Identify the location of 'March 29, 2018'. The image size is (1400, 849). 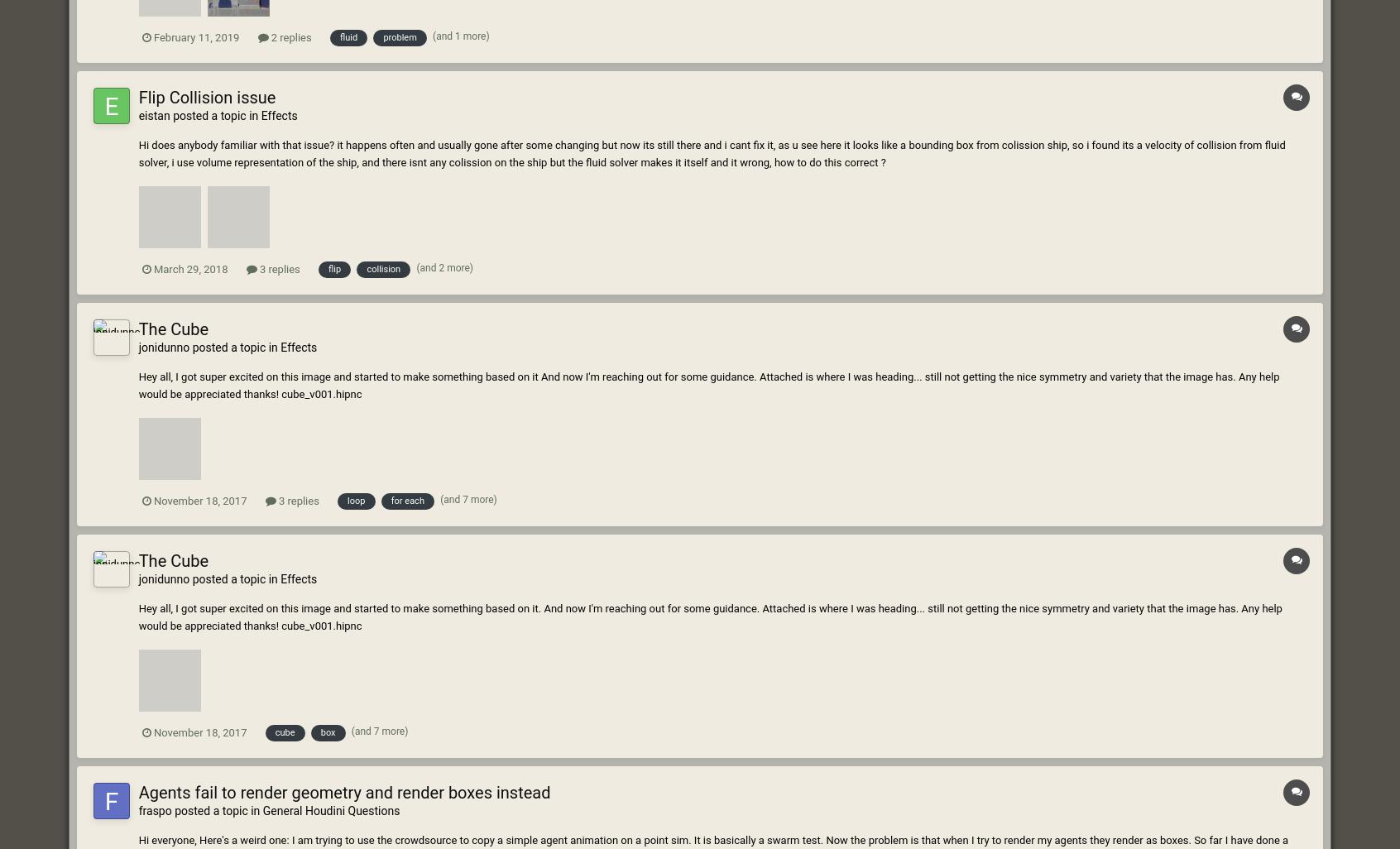
(189, 268).